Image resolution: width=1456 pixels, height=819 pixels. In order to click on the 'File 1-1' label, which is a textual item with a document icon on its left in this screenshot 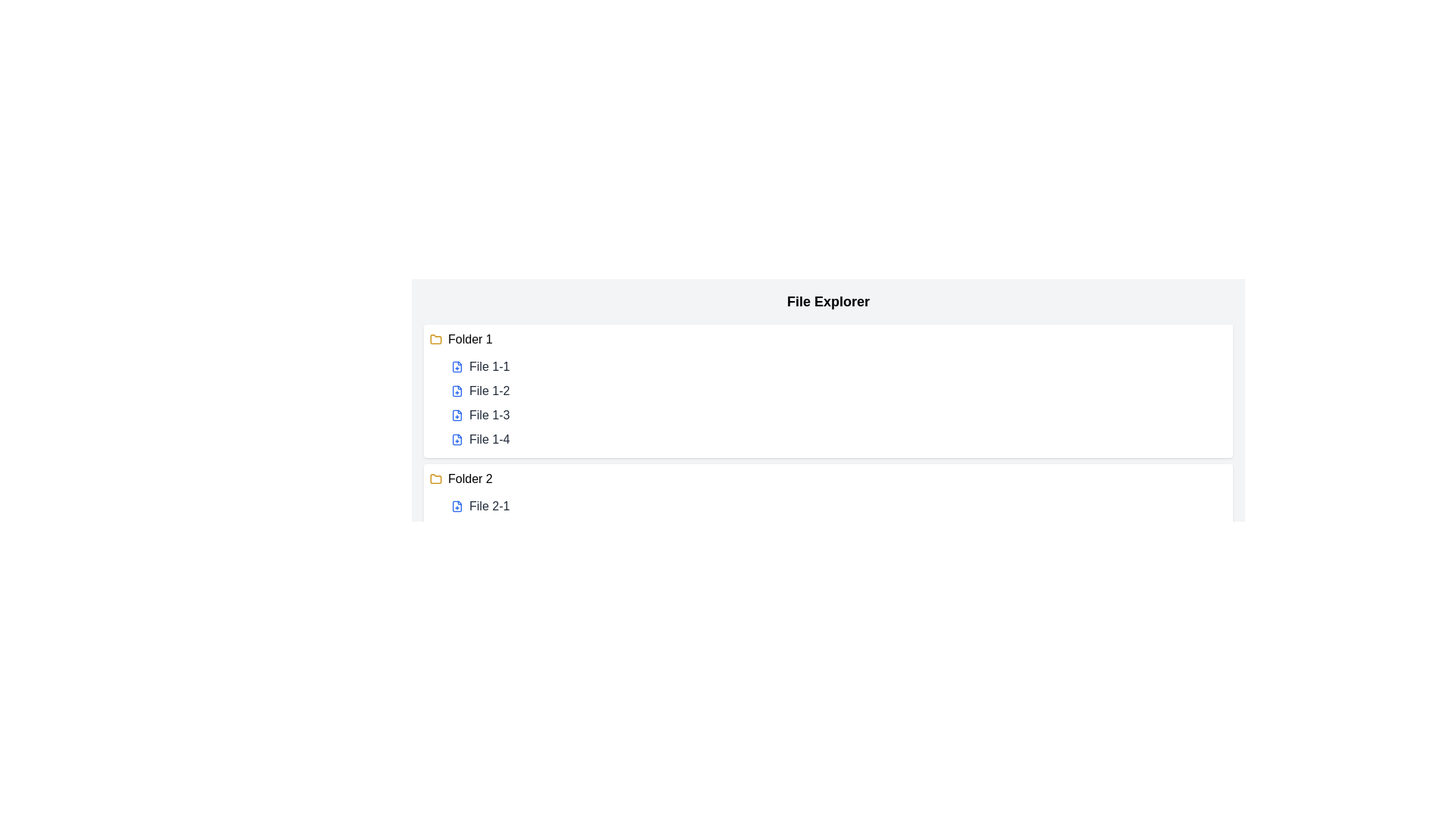, I will do `click(489, 366)`.